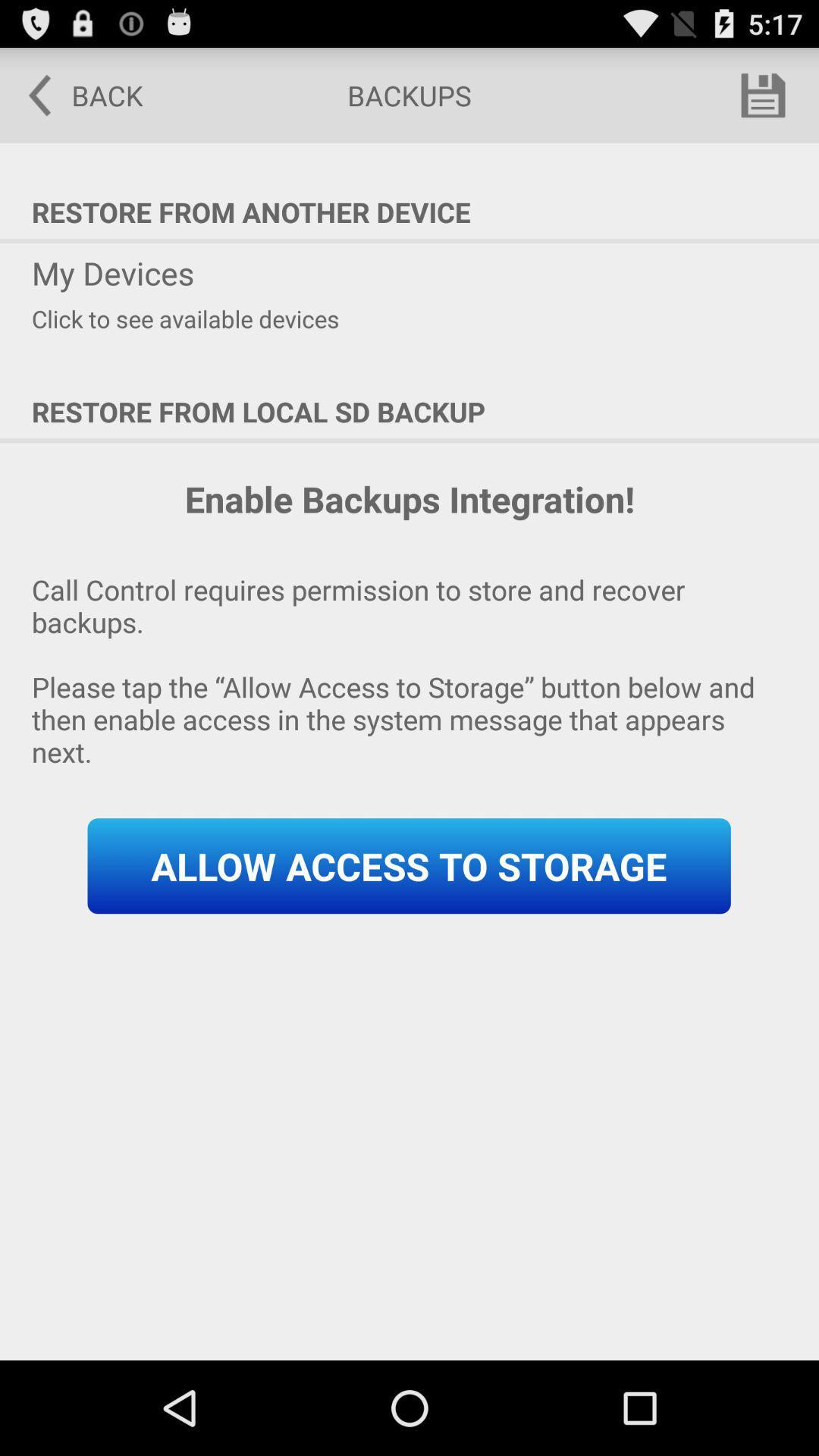  What do you see at coordinates (763, 101) in the screenshot?
I see `the save icon` at bounding box center [763, 101].